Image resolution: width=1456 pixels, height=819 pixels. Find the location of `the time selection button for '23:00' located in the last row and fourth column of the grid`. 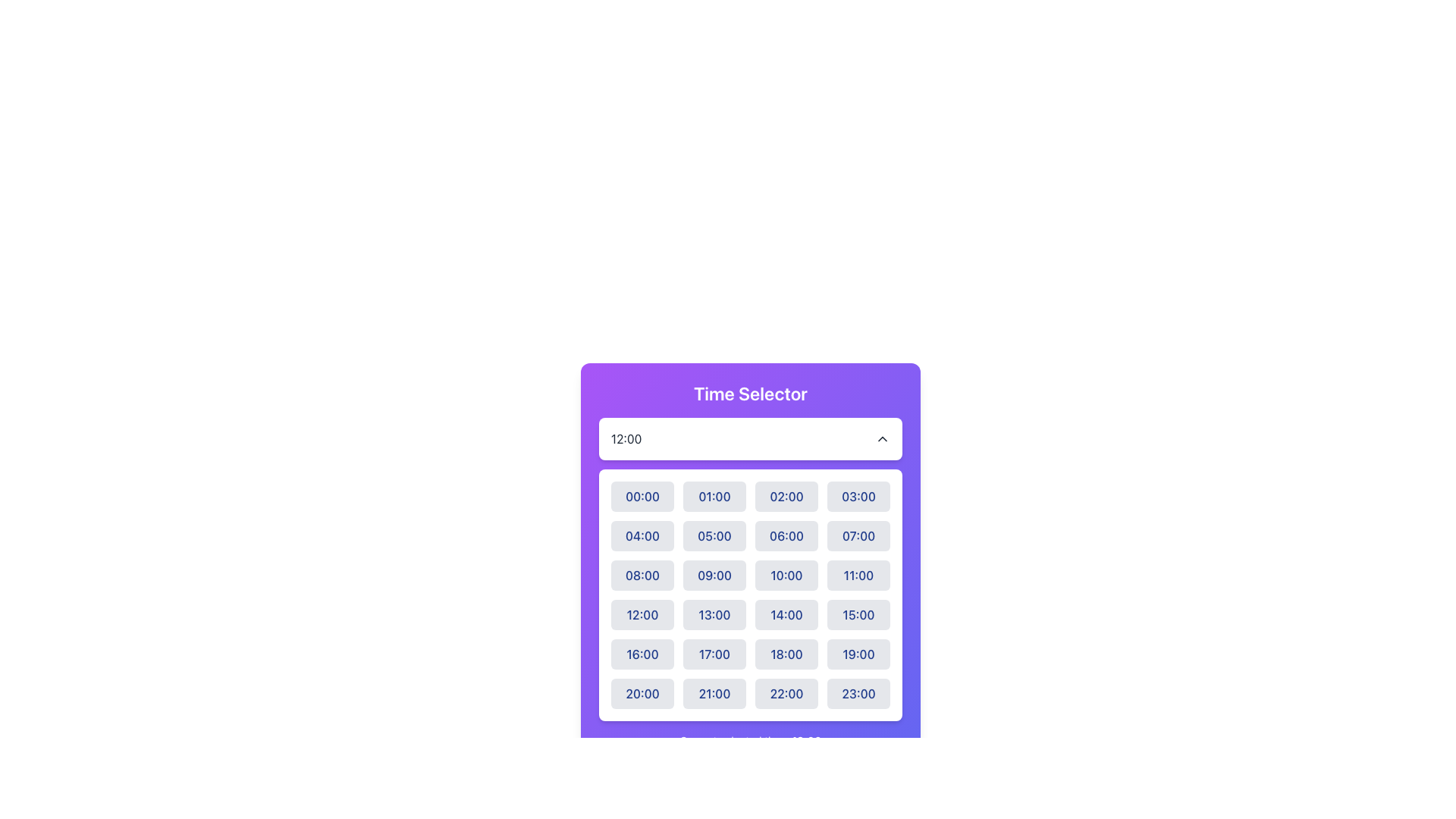

the time selection button for '23:00' located in the last row and fourth column of the grid is located at coordinates (858, 693).